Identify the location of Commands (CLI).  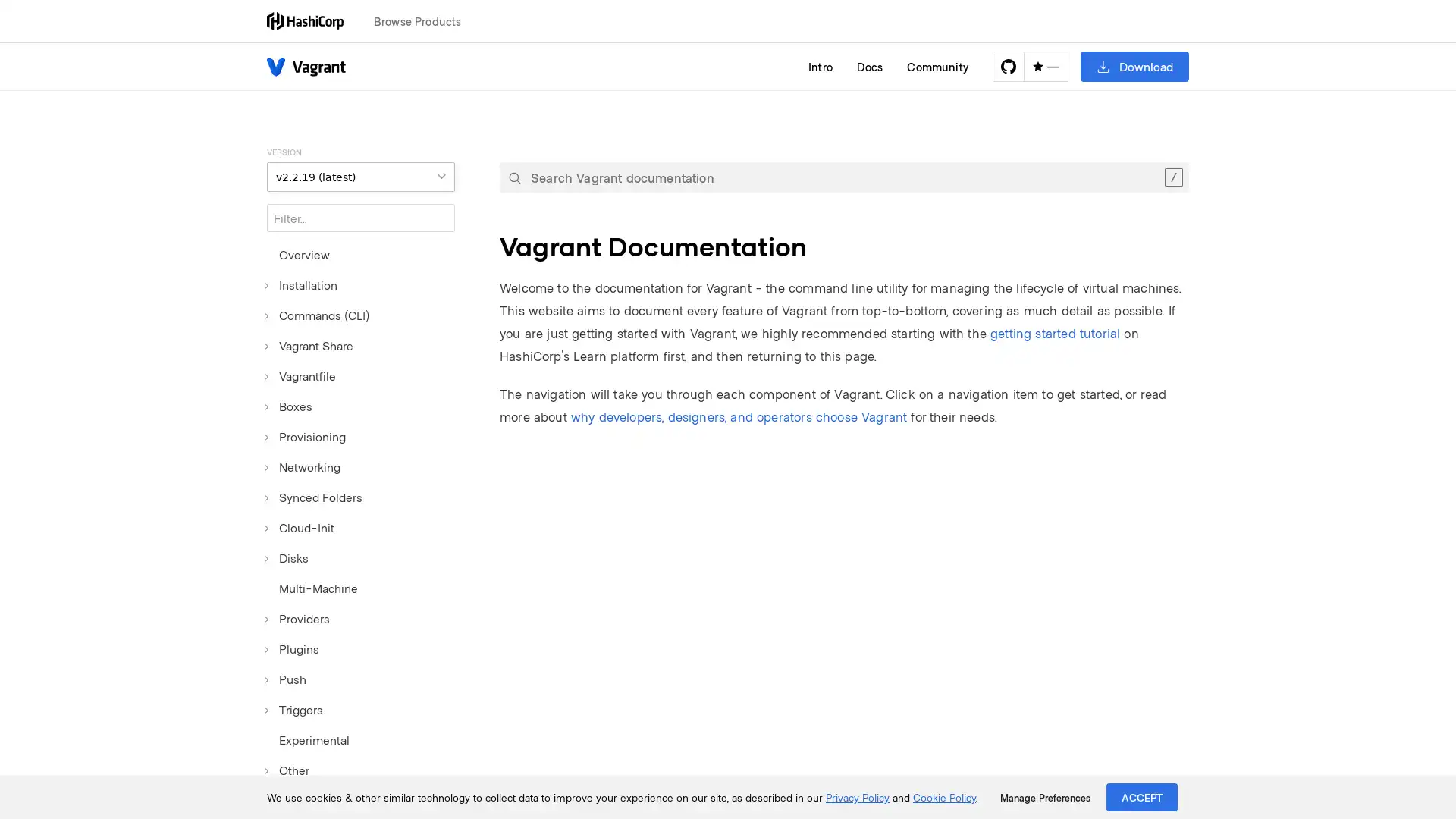
(317, 315).